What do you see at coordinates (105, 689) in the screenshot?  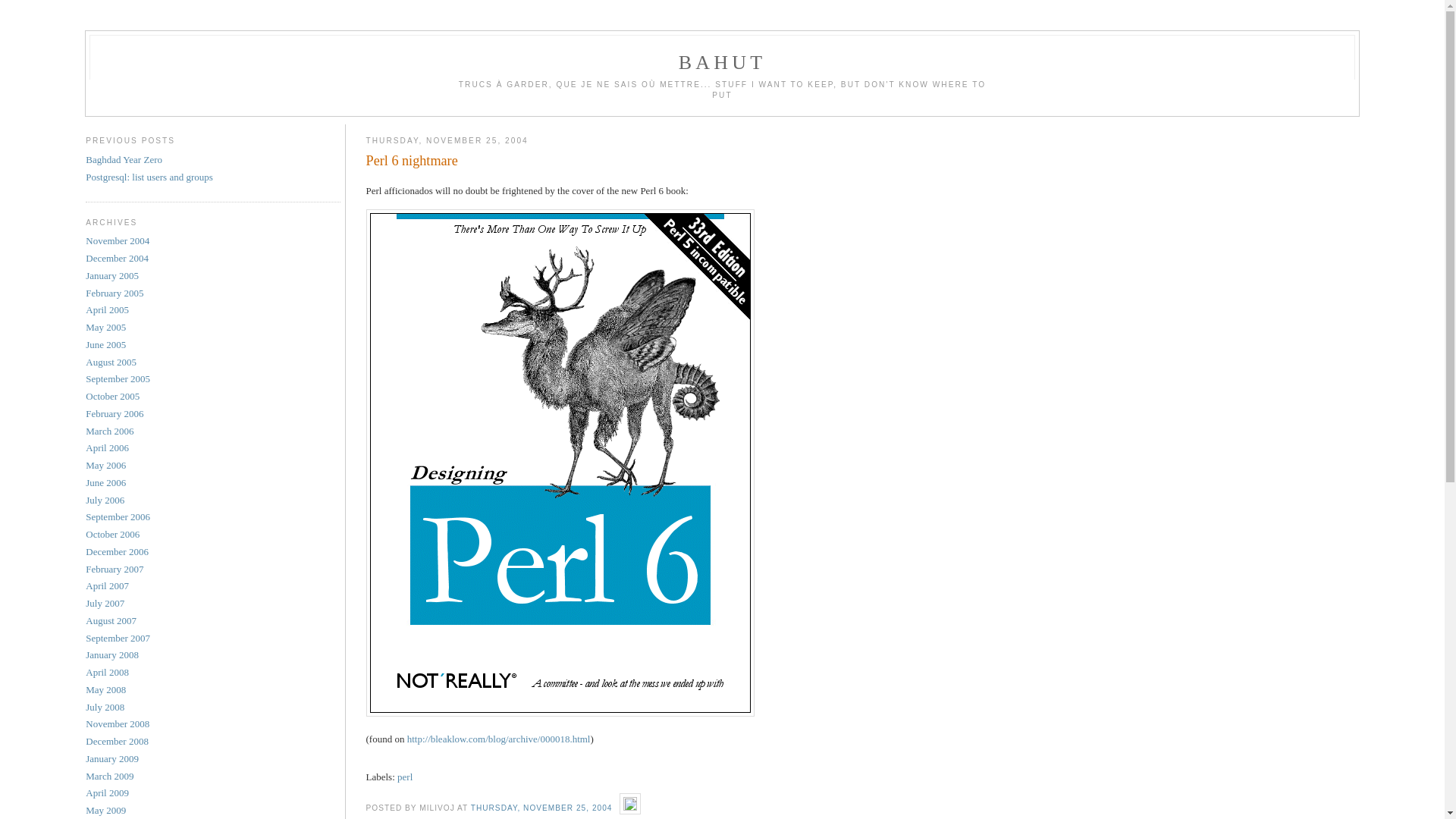 I see `'May 2008'` at bounding box center [105, 689].